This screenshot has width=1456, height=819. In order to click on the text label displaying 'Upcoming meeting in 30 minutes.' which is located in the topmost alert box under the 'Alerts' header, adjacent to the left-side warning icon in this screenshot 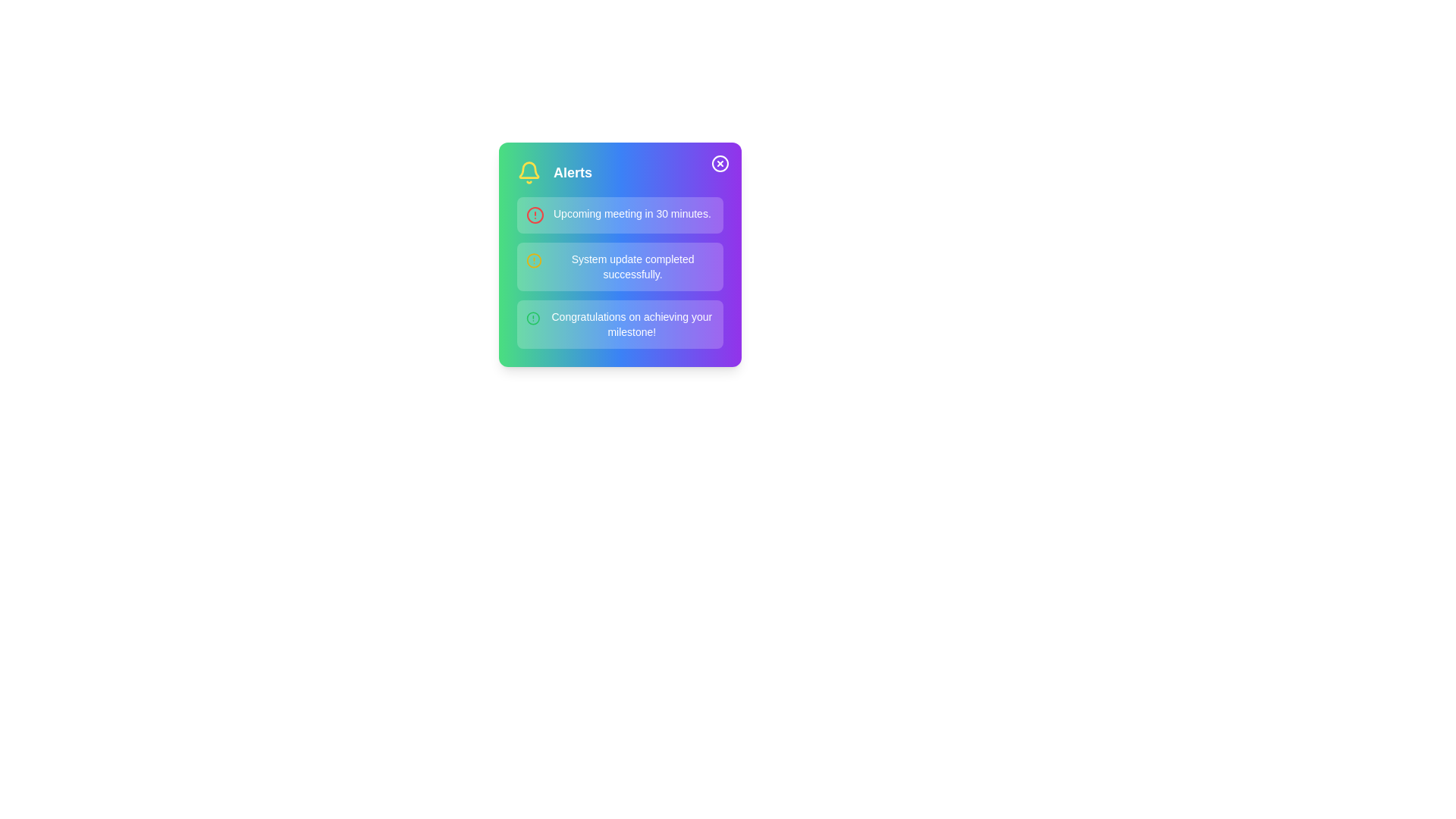, I will do `click(632, 213)`.